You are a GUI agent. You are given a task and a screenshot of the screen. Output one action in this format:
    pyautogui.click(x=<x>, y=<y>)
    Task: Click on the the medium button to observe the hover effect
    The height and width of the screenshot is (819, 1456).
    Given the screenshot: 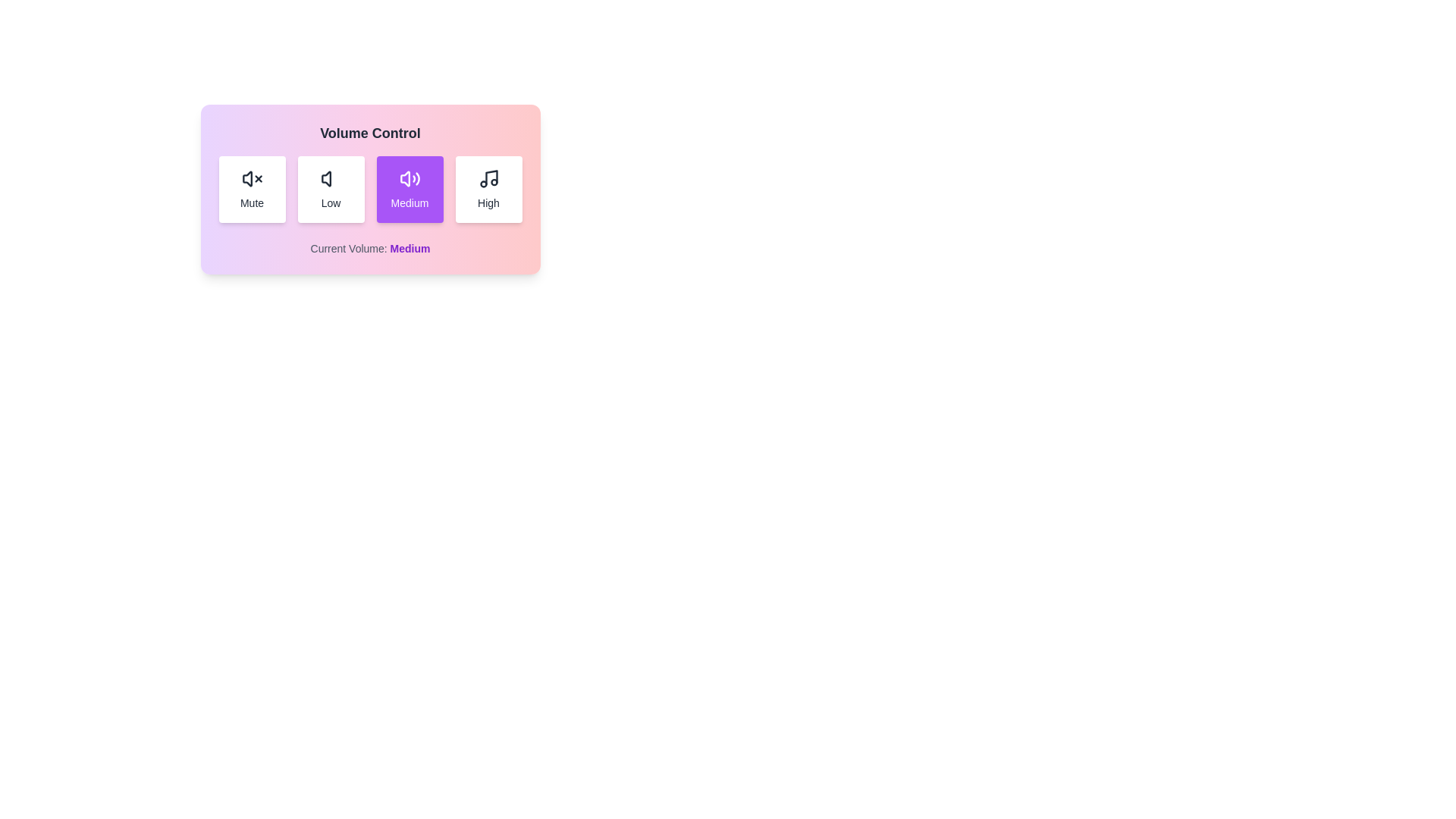 What is the action you would take?
    pyautogui.click(x=409, y=189)
    